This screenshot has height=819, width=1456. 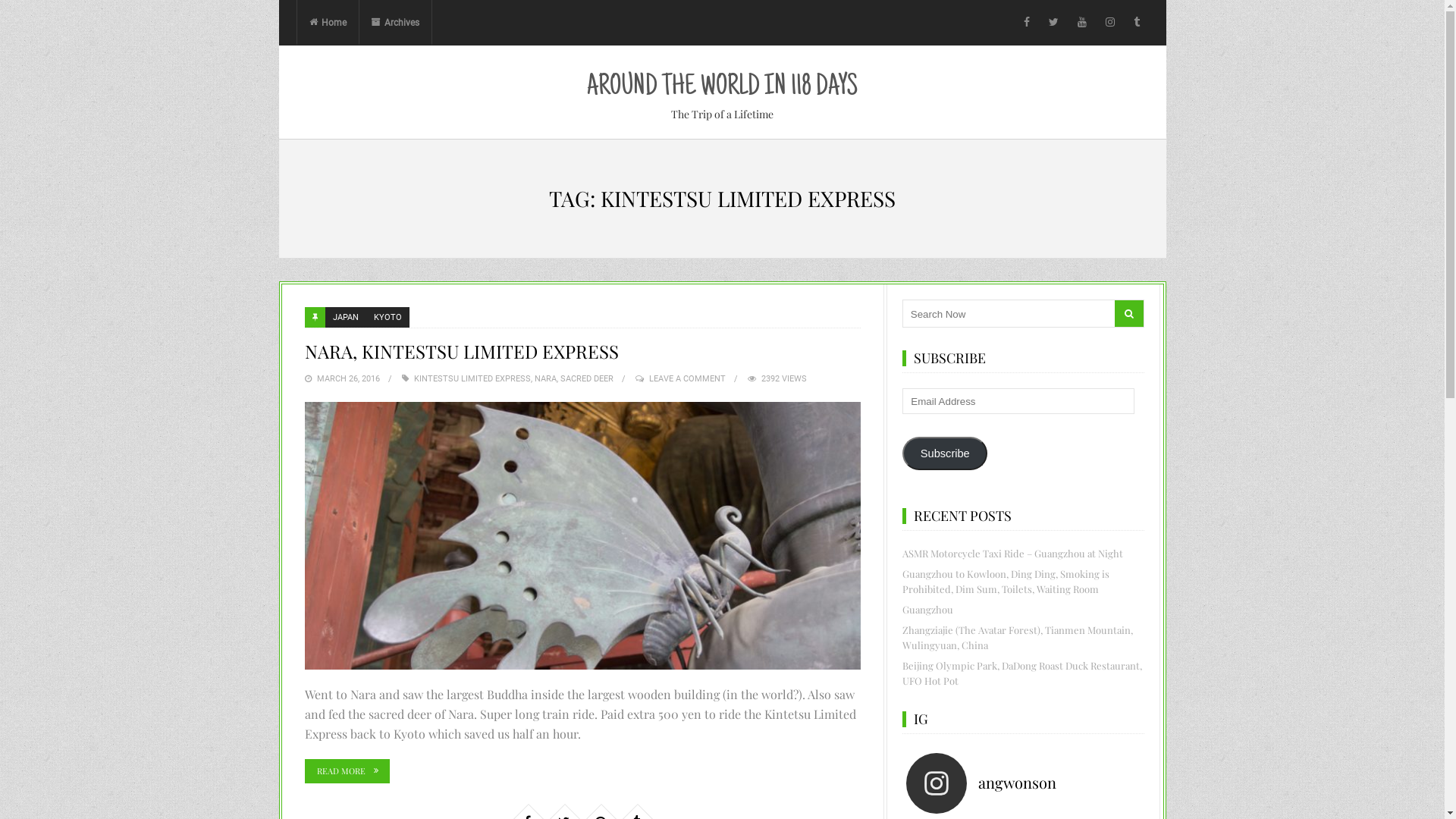 What do you see at coordinates (1053, 23) in the screenshot?
I see `'twitter'` at bounding box center [1053, 23].